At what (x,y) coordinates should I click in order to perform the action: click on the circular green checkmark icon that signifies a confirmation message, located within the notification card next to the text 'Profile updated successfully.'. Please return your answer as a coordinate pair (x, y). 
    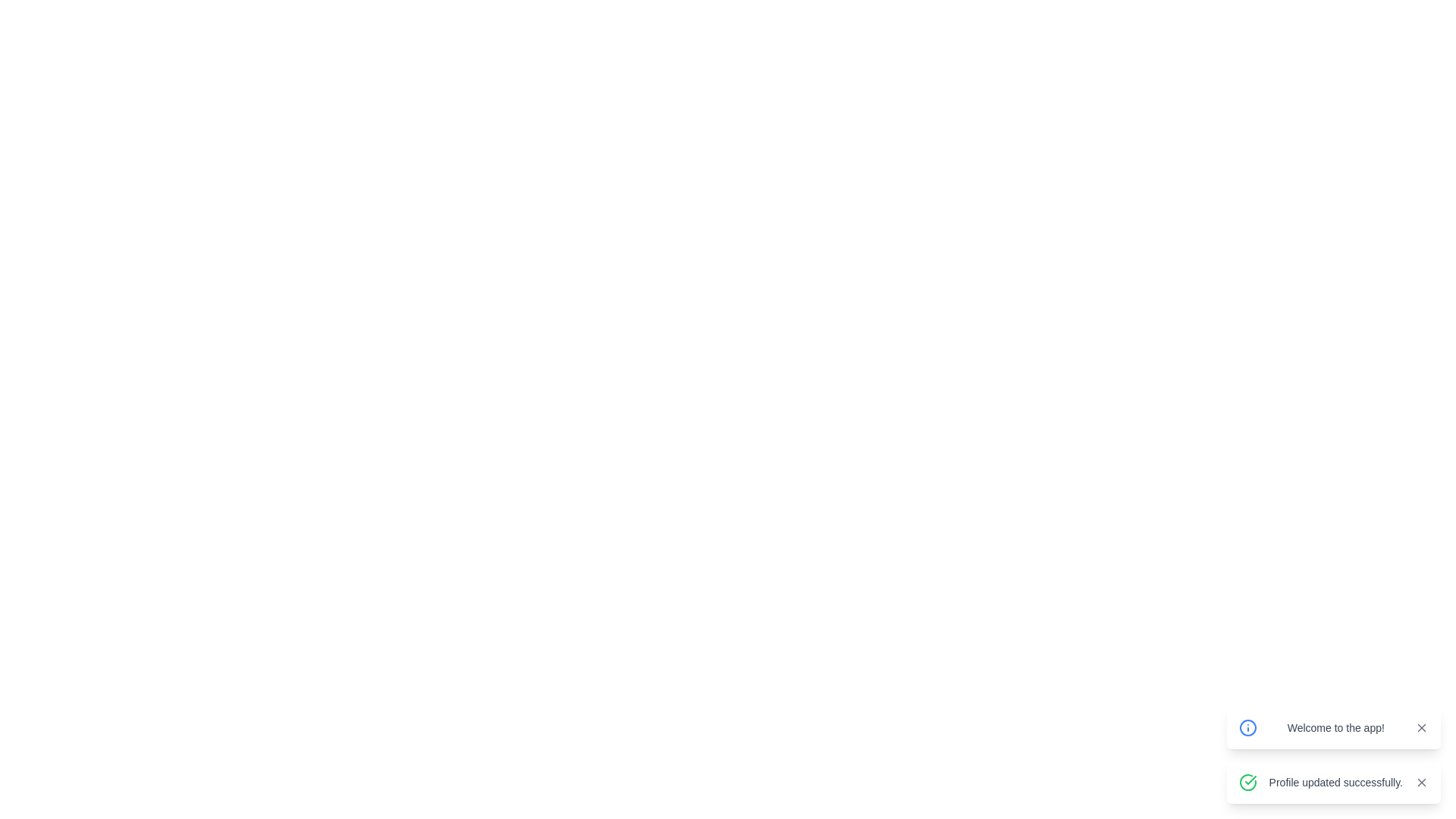
    Looking at the image, I should click on (1247, 783).